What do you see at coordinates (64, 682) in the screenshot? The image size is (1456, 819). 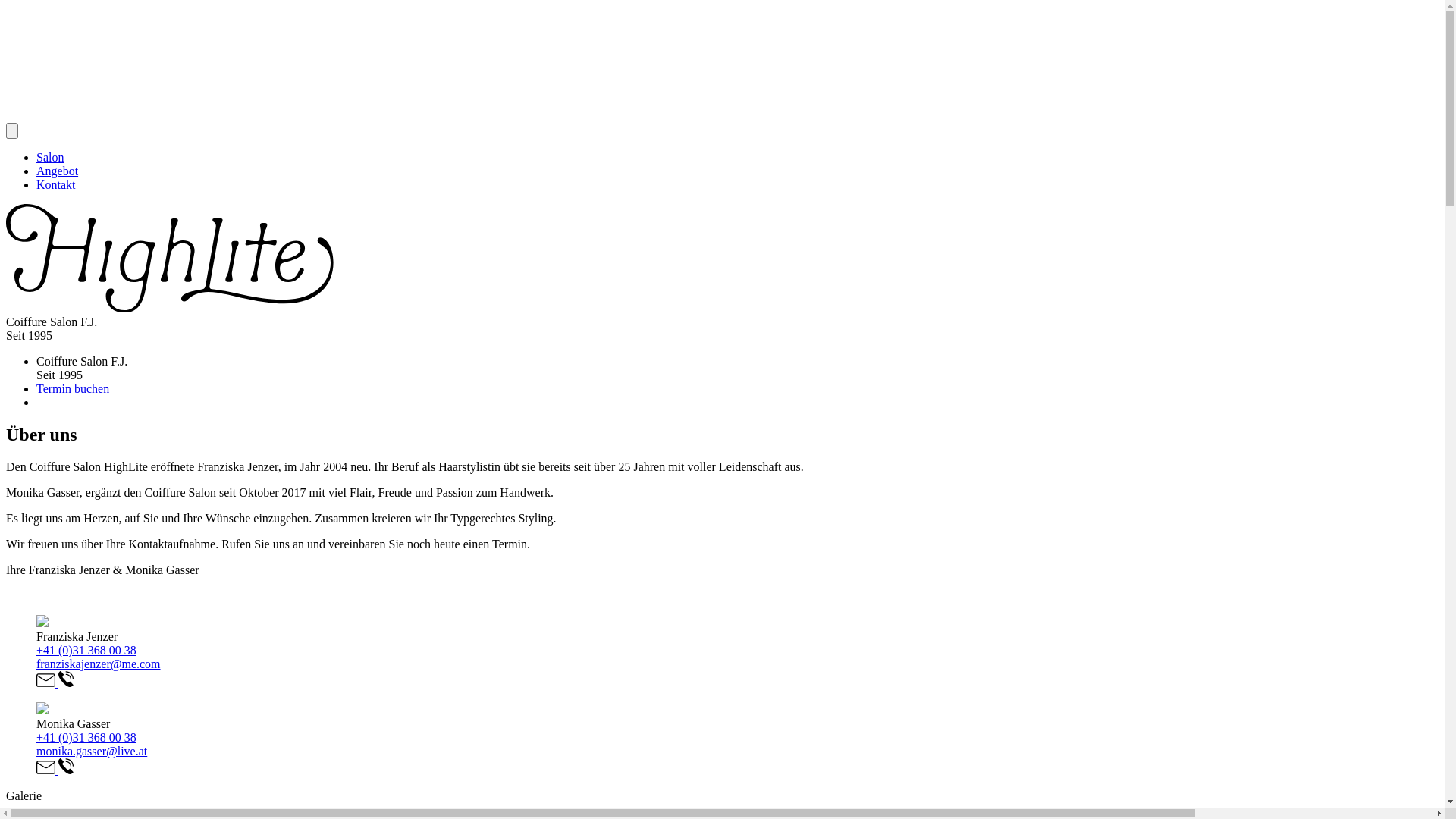 I see `'Telefon Franziska Jenzer'` at bounding box center [64, 682].